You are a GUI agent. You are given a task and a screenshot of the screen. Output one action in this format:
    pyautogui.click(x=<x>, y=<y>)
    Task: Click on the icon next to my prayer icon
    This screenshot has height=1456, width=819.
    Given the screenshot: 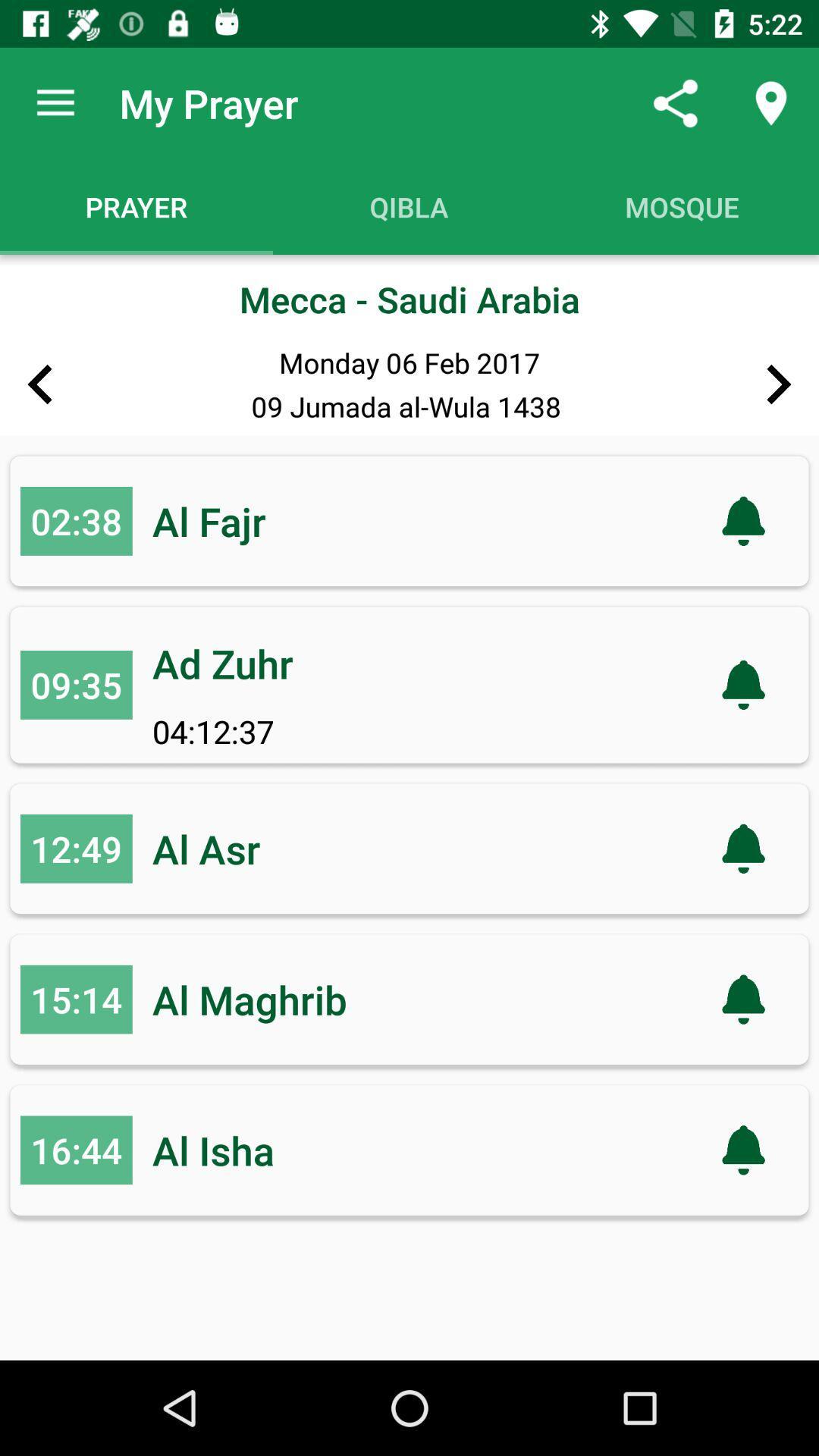 What is the action you would take?
    pyautogui.click(x=55, y=102)
    